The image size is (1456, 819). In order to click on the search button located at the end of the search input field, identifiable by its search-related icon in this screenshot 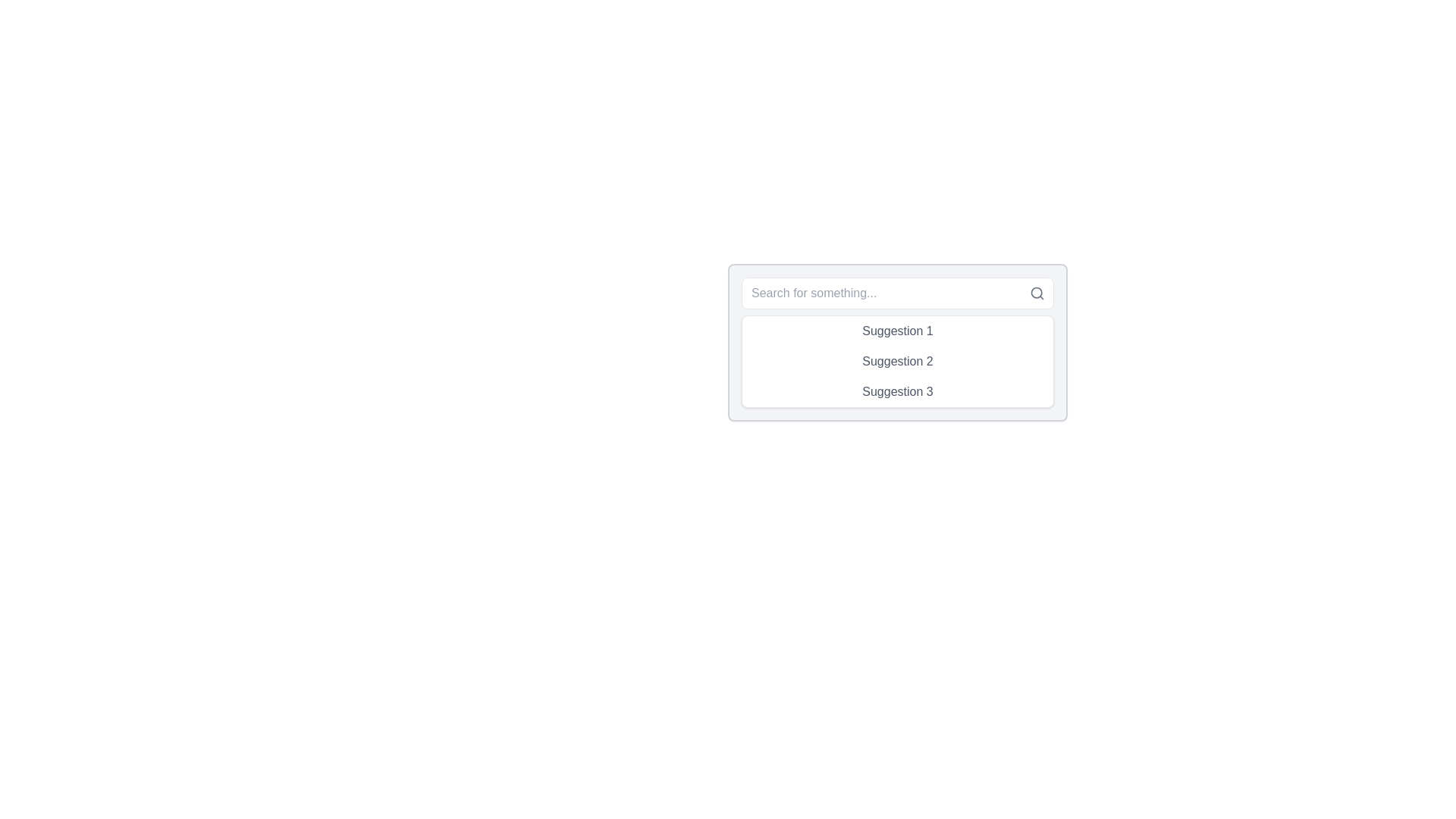, I will do `click(1037, 293)`.